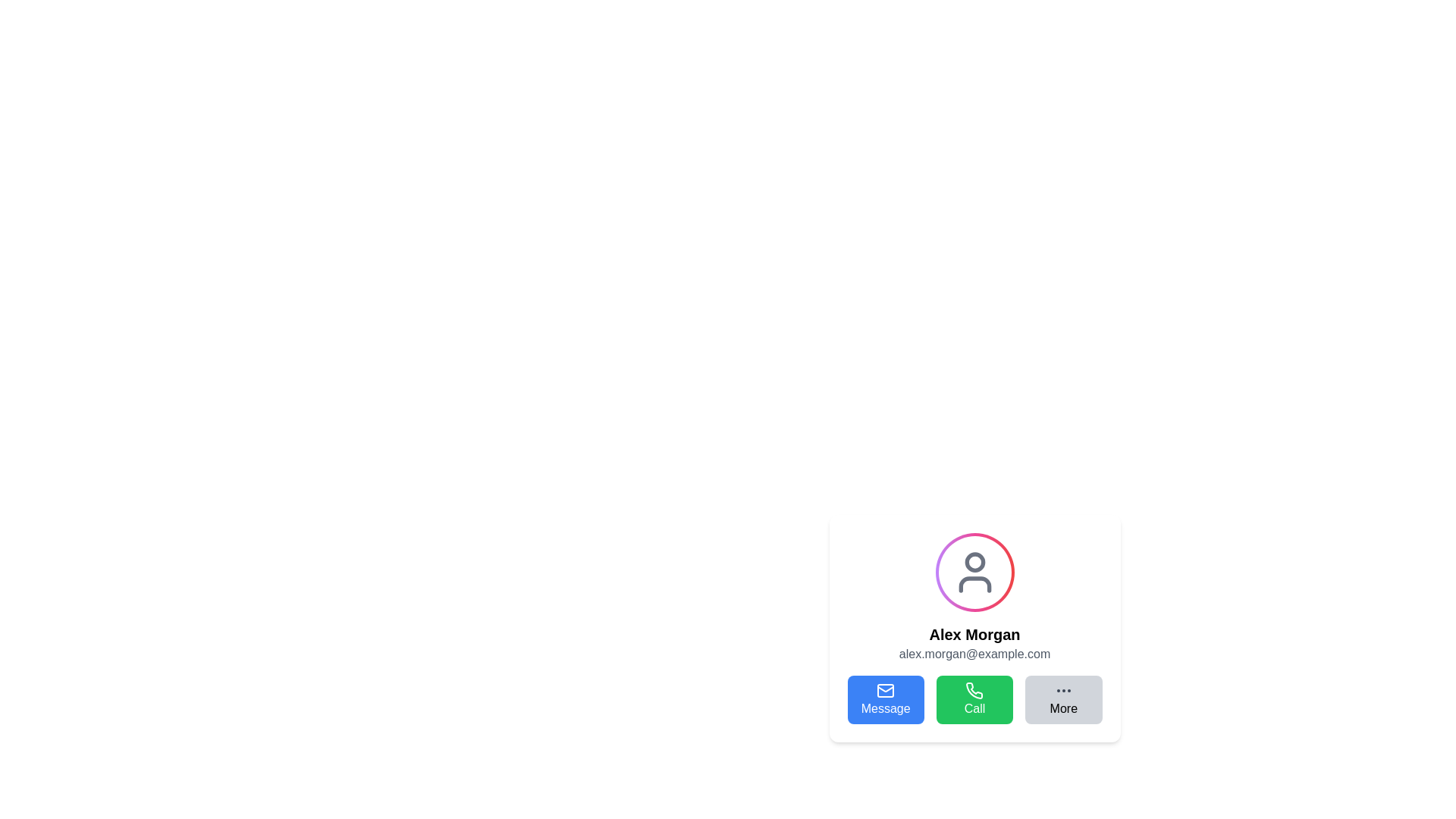  Describe the element at coordinates (974, 690) in the screenshot. I see `the green phone icon inside the 'Call' button to initiate a call action` at that location.